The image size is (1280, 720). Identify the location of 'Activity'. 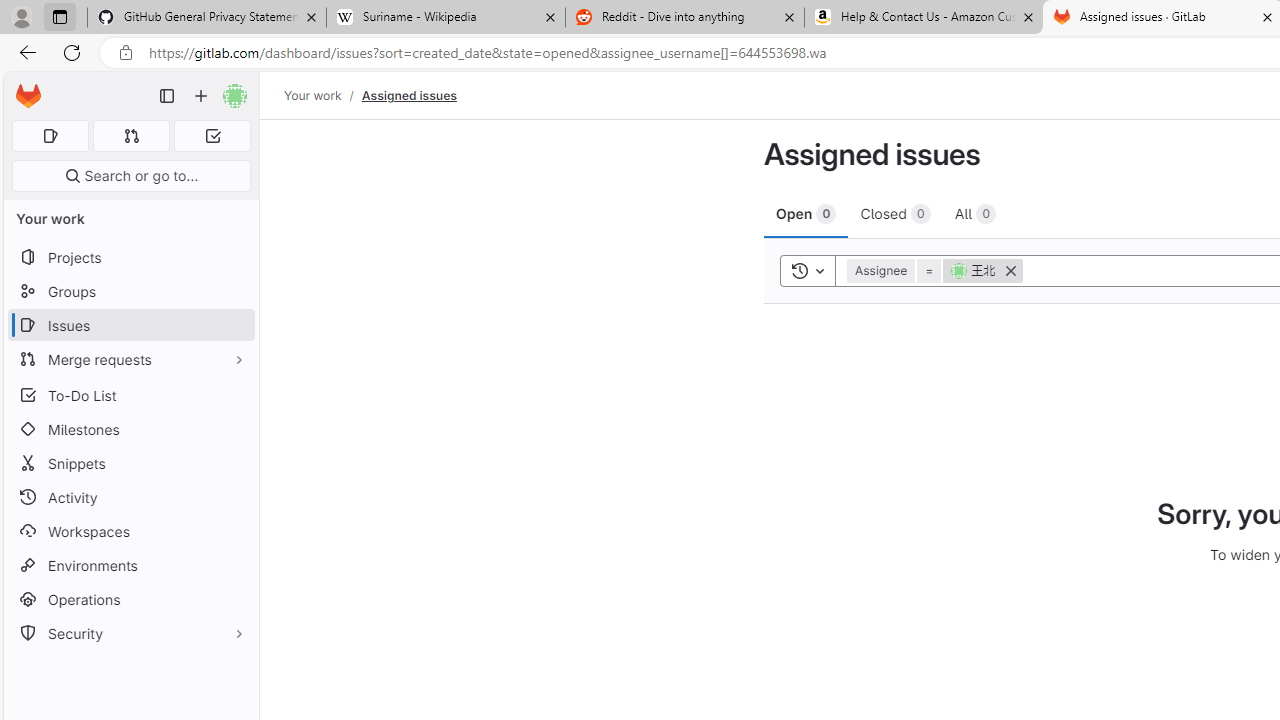
(130, 496).